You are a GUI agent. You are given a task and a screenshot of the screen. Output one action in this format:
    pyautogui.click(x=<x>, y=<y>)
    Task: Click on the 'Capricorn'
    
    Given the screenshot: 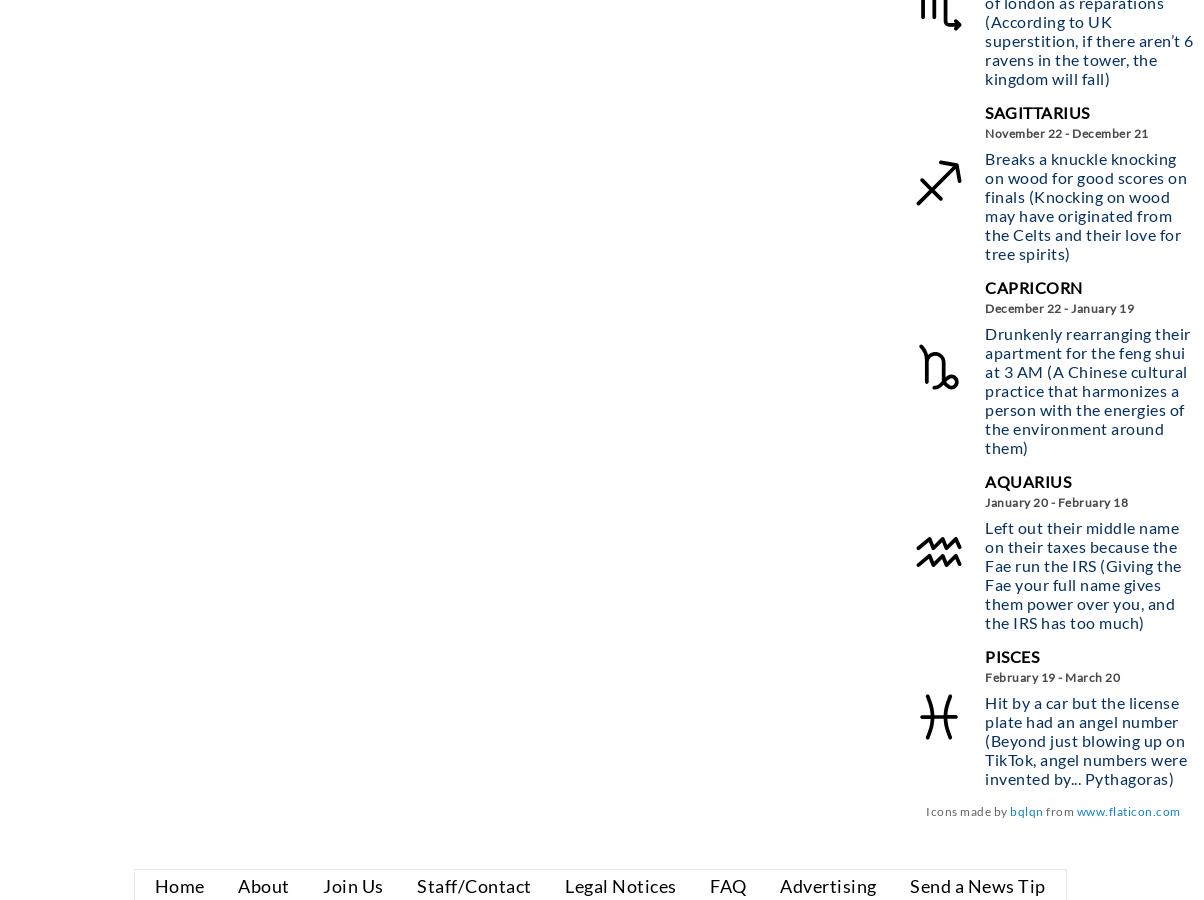 What is the action you would take?
    pyautogui.click(x=1033, y=285)
    